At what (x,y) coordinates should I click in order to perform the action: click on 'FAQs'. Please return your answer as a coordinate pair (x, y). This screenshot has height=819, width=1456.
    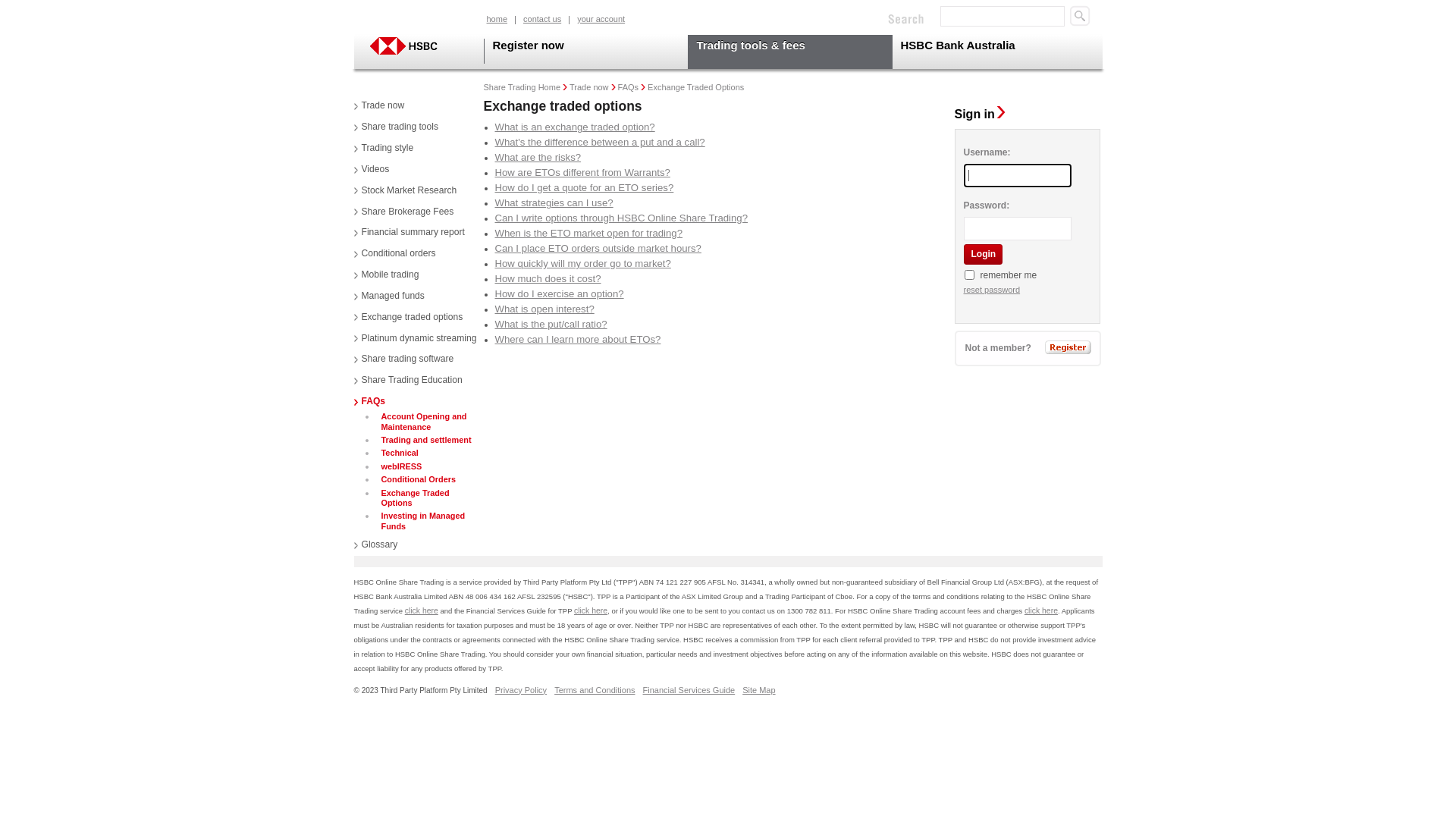
    Looking at the image, I should click on (369, 400).